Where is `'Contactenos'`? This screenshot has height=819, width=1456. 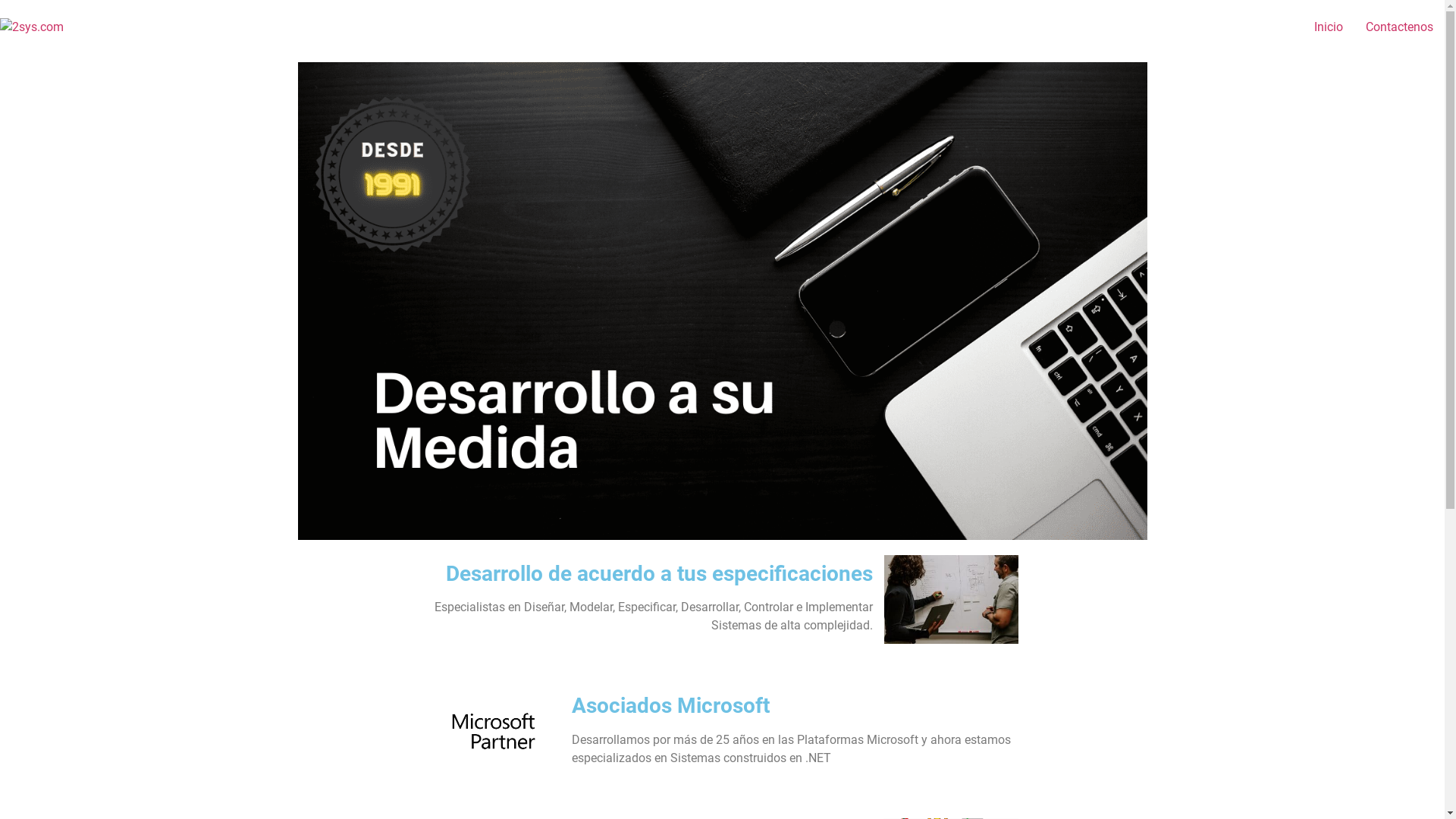
'Contactenos' is located at coordinates (1398, 27).